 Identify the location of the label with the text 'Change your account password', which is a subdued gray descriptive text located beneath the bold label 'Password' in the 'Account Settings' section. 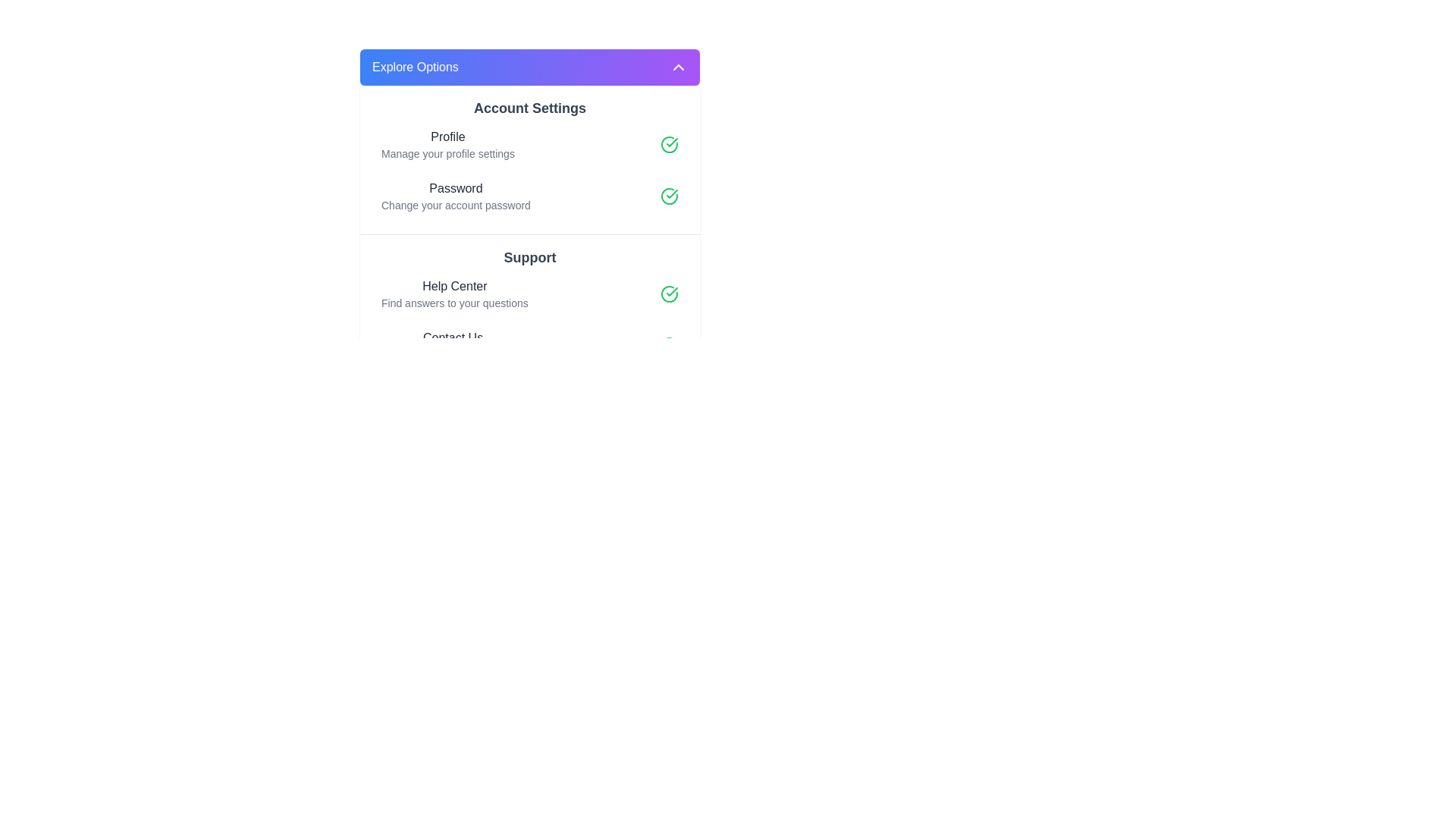
(455, 205).